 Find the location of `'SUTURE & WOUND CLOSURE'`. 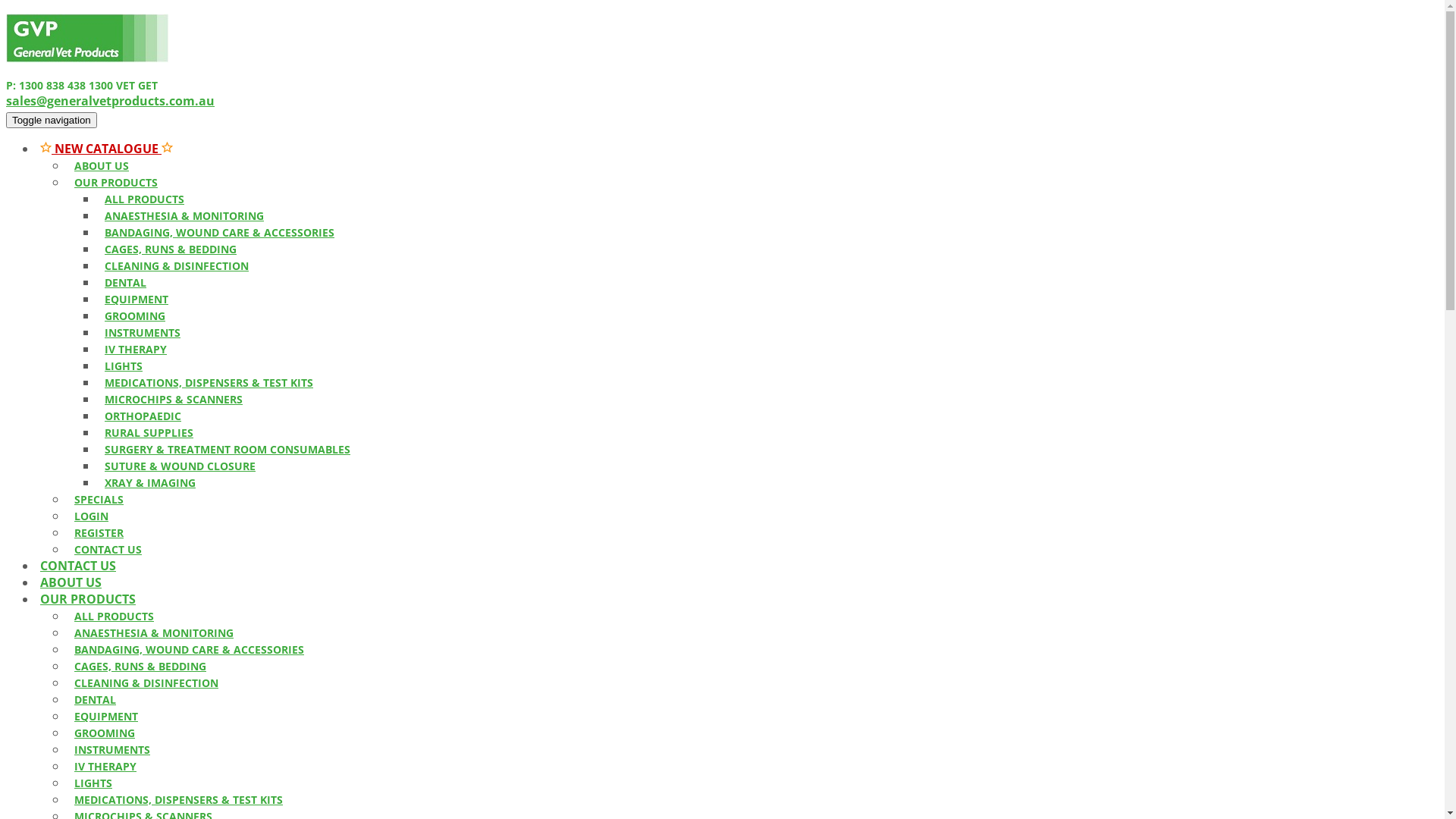

'SUTURE & WOUND CLOSURE' is located at coordinates (180, 465).